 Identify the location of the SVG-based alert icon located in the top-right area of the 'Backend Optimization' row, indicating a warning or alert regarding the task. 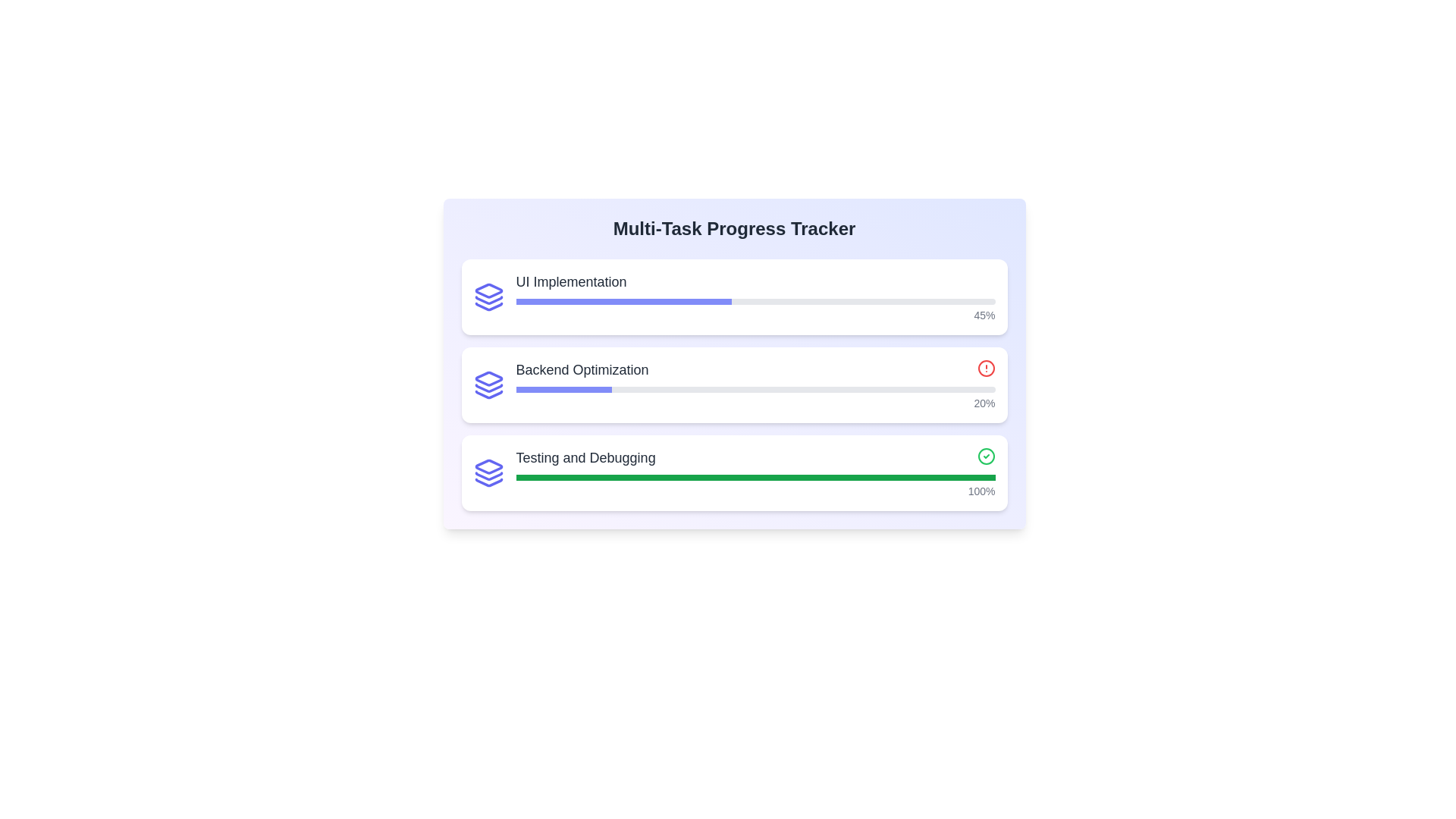
(986, 370).